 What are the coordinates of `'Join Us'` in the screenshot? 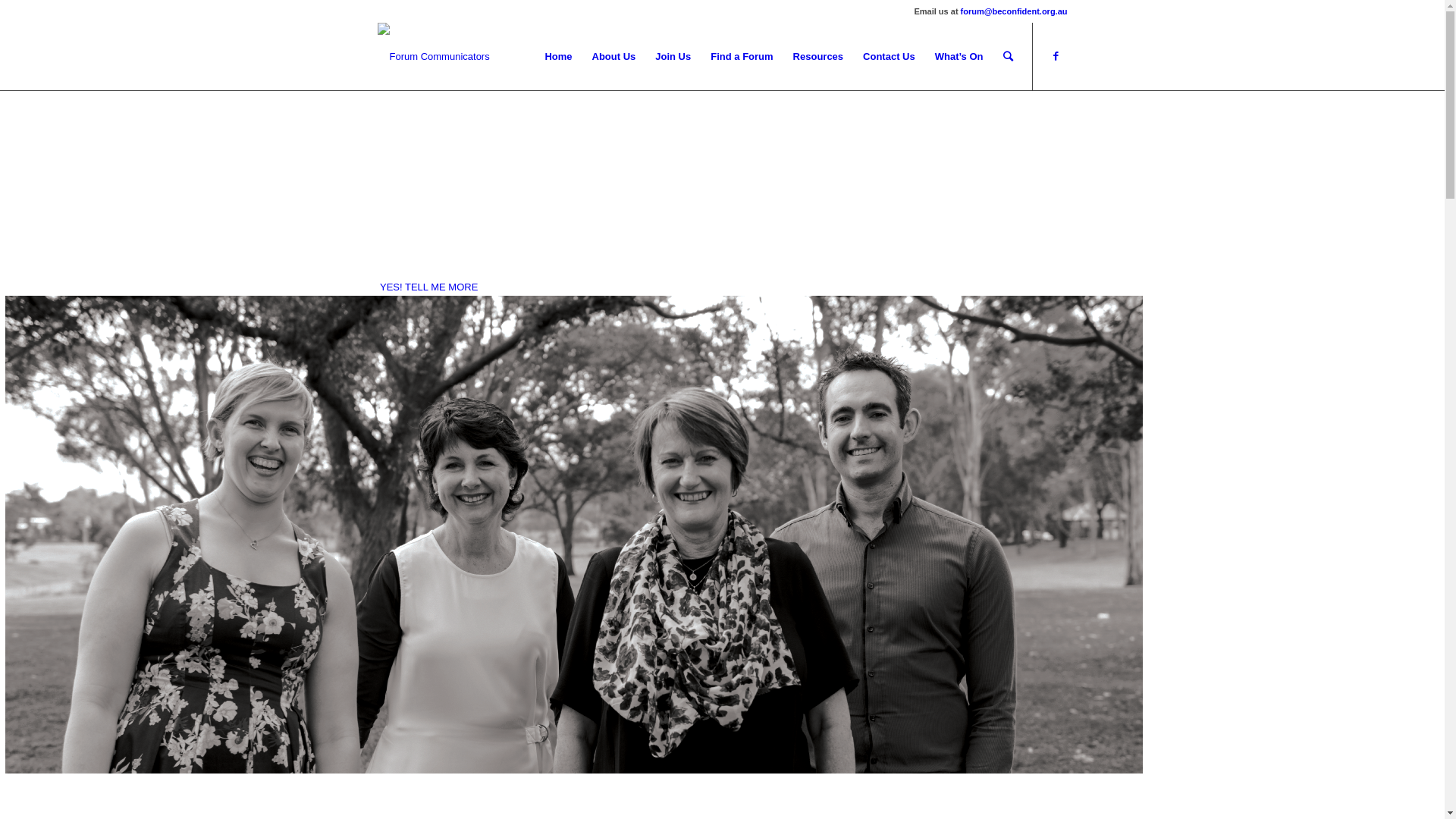 It's located at (672, 55).